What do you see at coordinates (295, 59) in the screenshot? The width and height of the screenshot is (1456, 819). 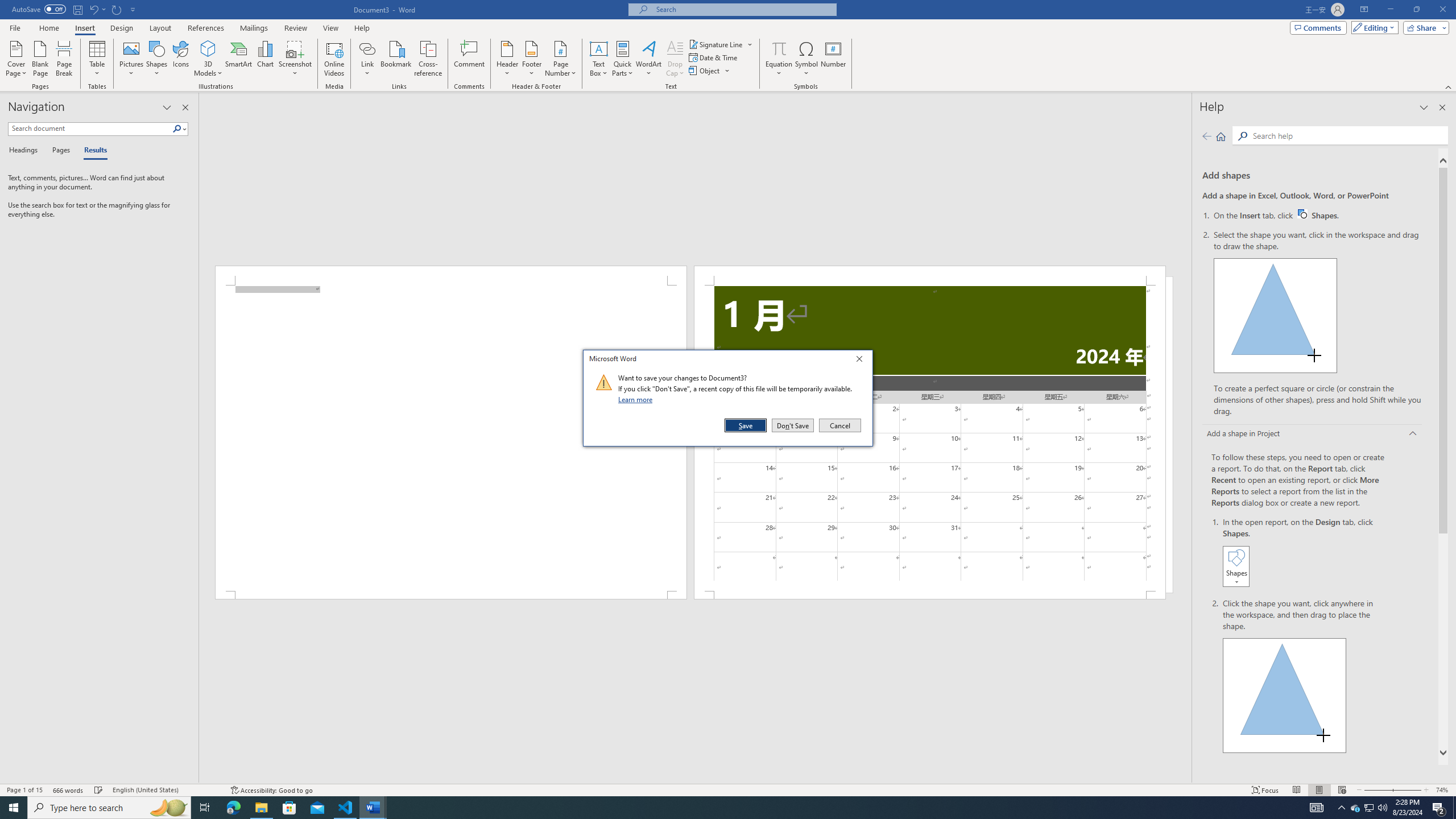 I see `'Screenshot'` at bounding box center [295, 59].